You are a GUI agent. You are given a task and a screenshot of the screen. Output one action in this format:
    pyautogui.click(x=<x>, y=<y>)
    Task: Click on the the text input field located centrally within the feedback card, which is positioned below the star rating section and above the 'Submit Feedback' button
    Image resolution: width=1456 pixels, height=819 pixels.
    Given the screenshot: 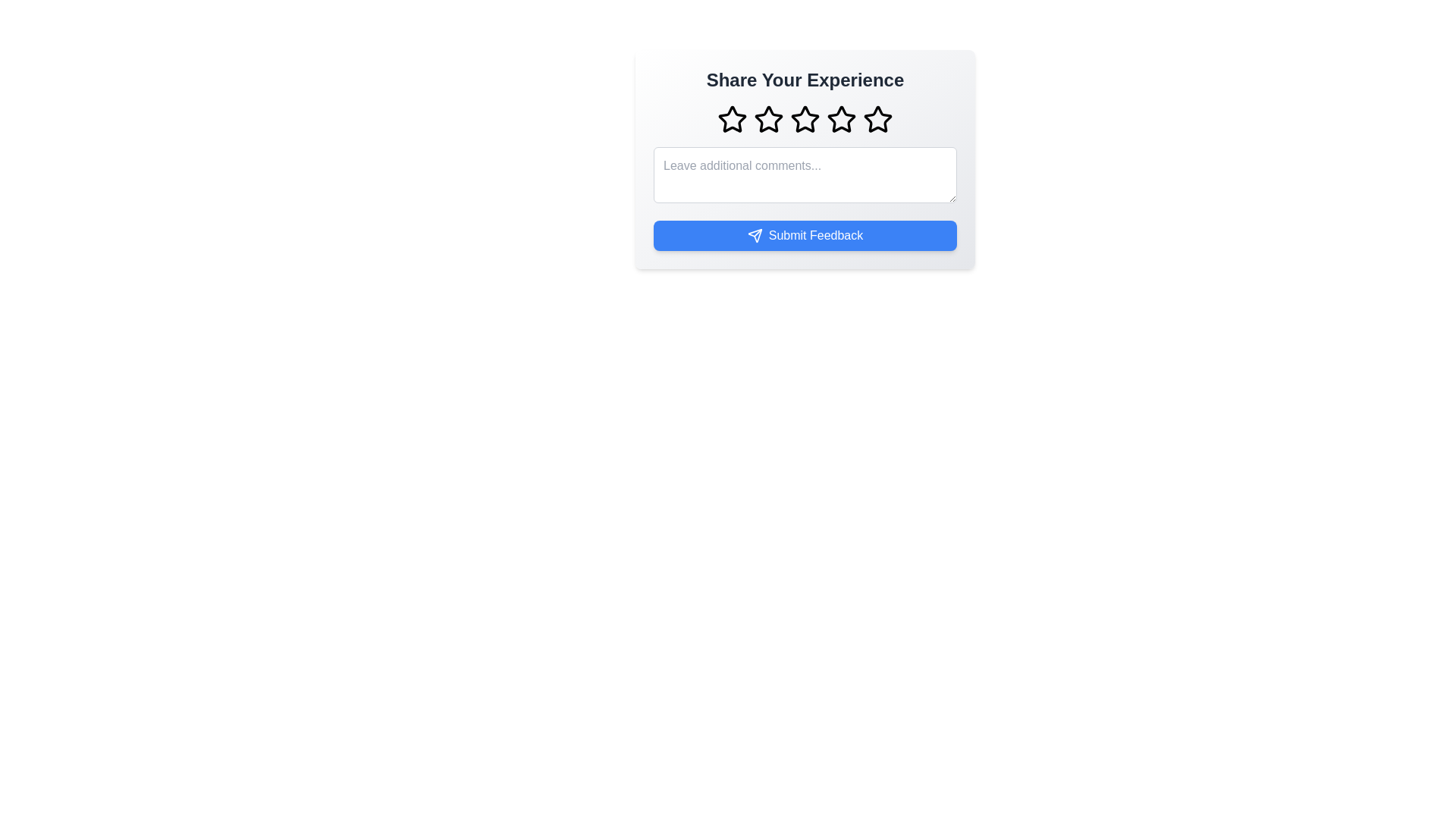 What is the action you would take?
    pyautogui.click(x=804, y=159)
    